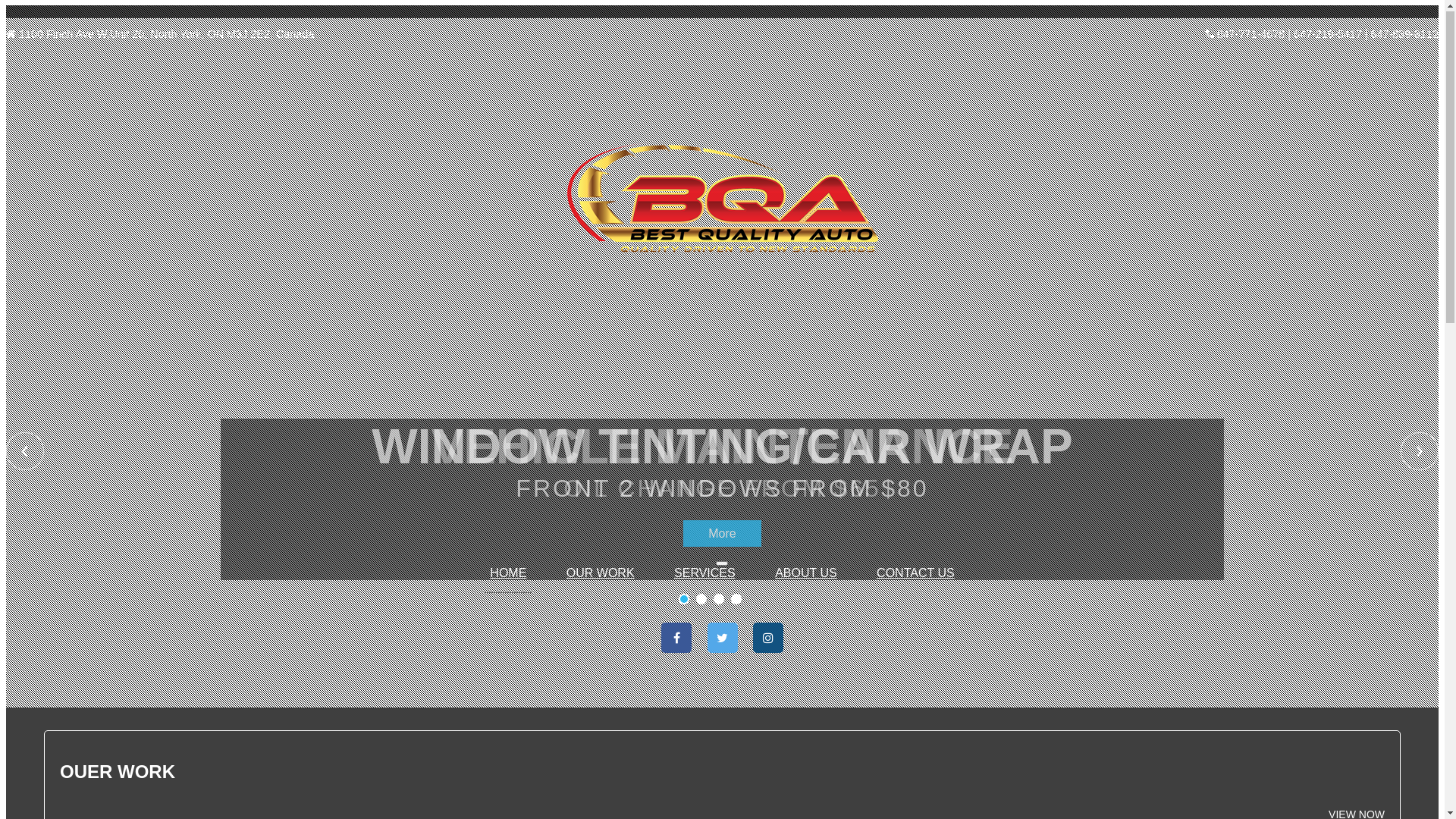 The height and width of the screenshot is (819, 1456). What do you see at coordinates (720, 564) in the screenshot?
I see `'Toggle navigation'` at bounding box center [720, 564].